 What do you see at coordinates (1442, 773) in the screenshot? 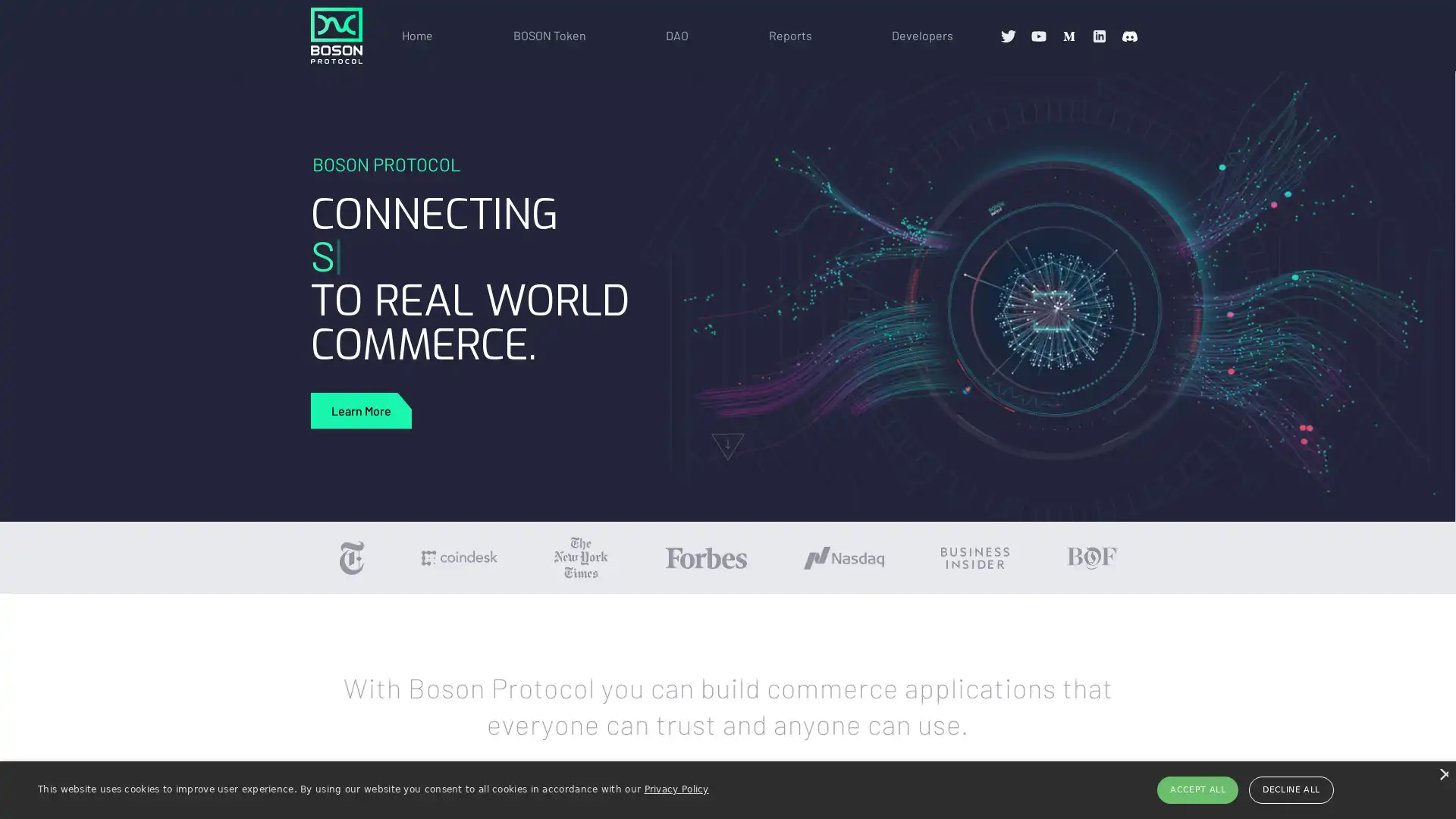
I see `Close` at bounding box center [1442, 773].